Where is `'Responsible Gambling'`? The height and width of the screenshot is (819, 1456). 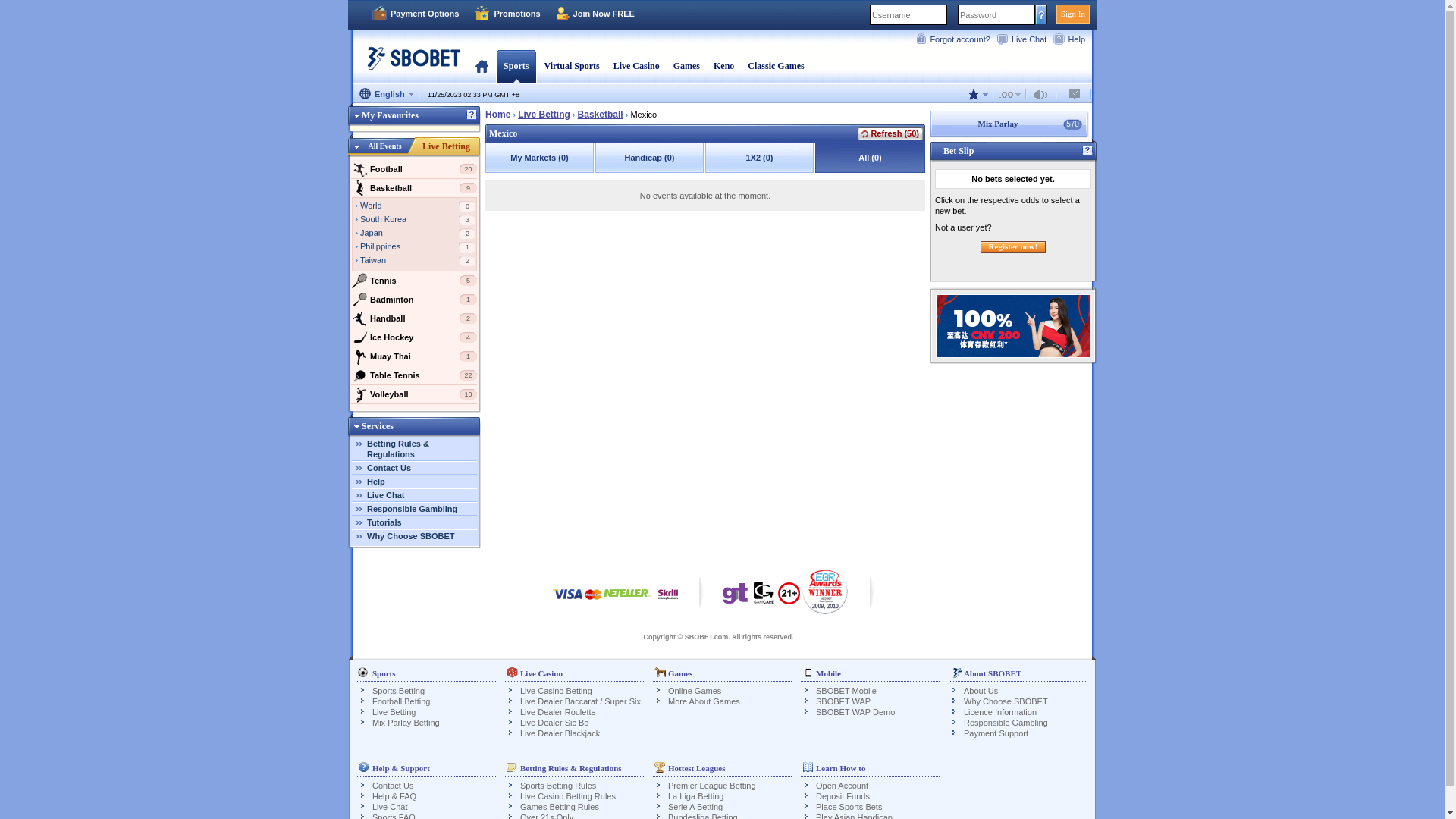
'Responsible Gambling' is located at coordinates (963, 721).